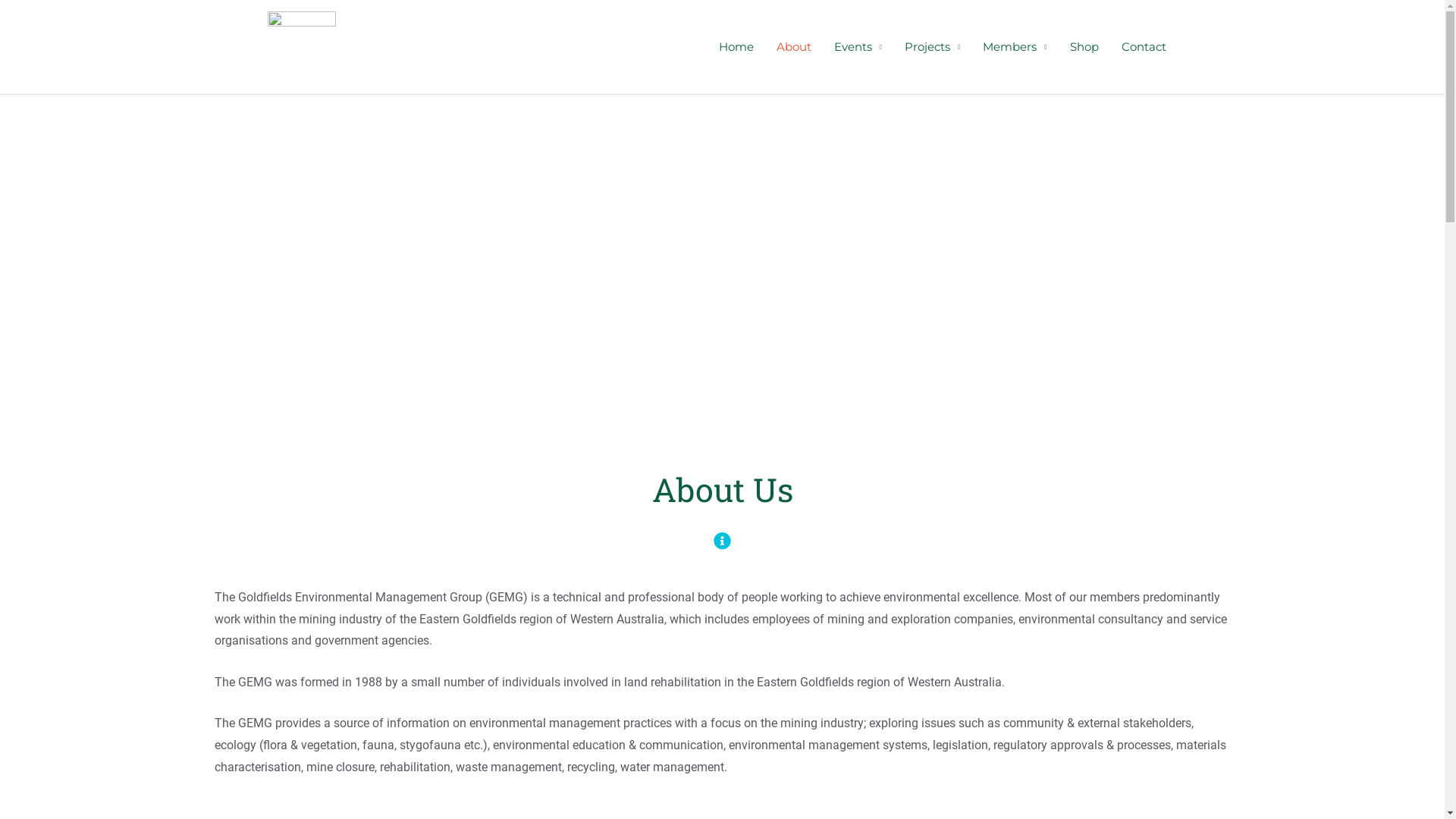  I want to click on 'Projects', so click(893, 45).